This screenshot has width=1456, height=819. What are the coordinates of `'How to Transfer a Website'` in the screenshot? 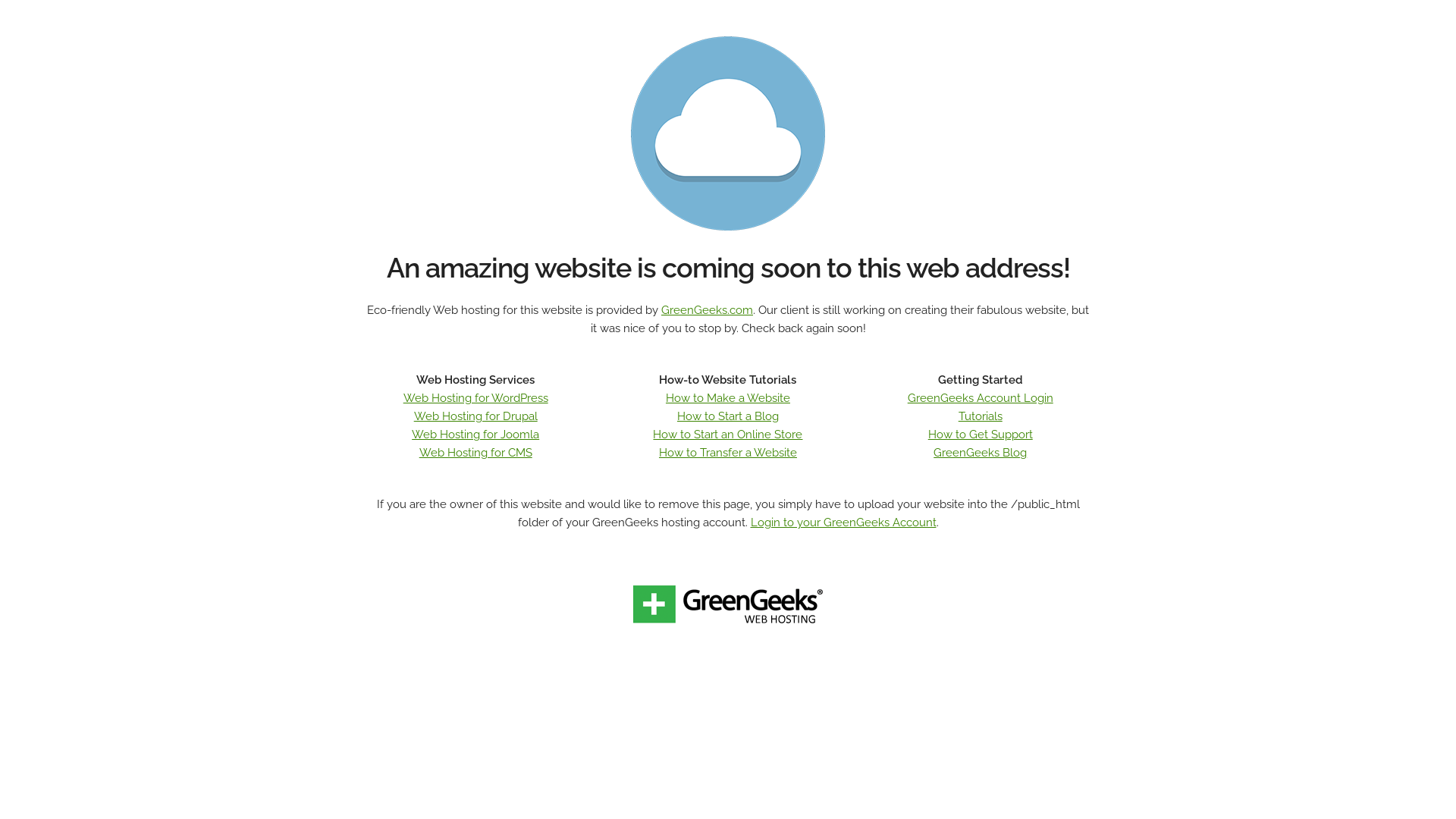 It's located at (728, 452).